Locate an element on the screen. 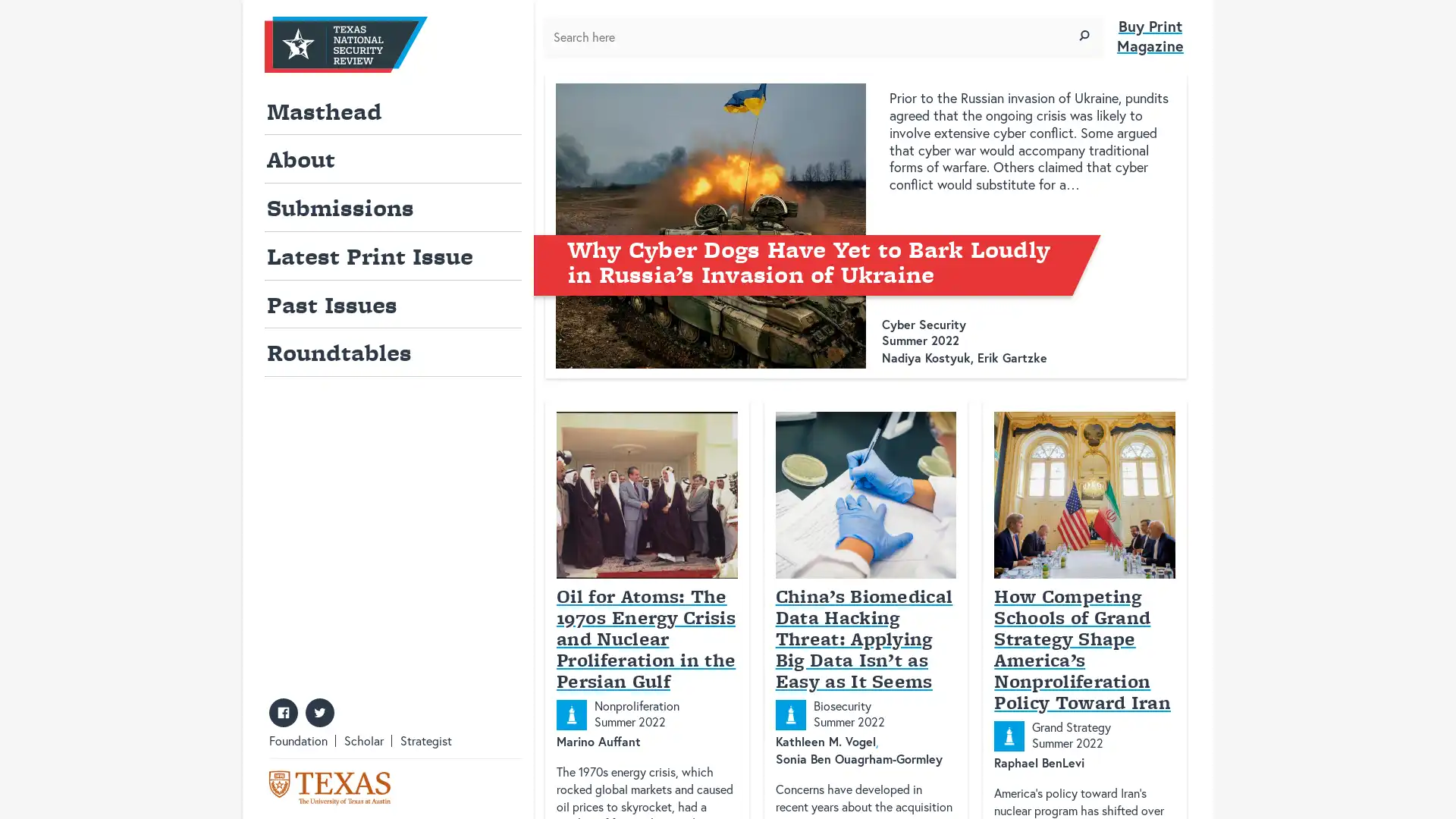  zoom is located at coordinates (1084, 35).